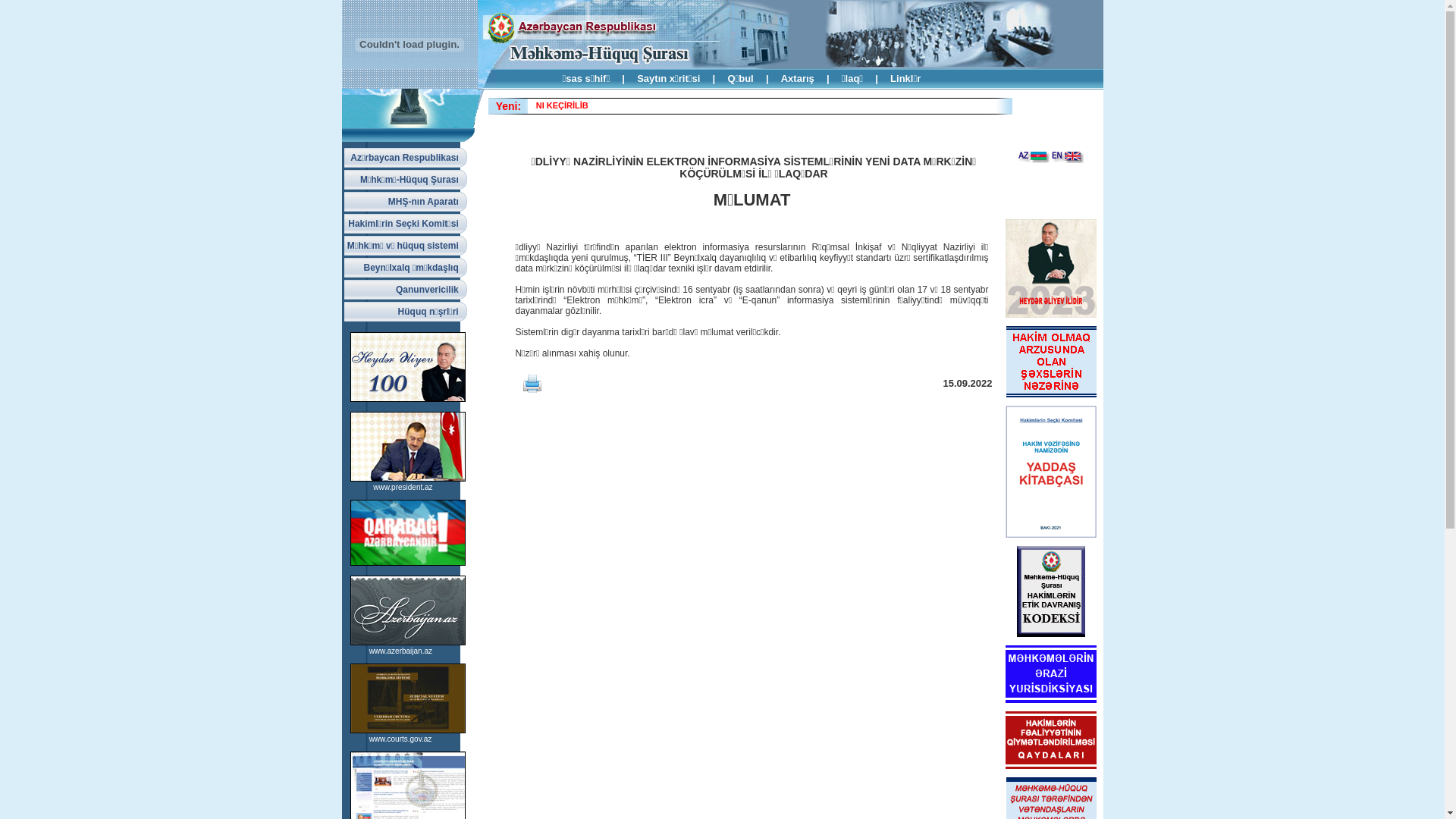 Image resolution: width=1456 pixels, height=819 pixels. Describe the element at coordinates (403, 487) in the screenshot. I see `'www.president.az'` at that location.